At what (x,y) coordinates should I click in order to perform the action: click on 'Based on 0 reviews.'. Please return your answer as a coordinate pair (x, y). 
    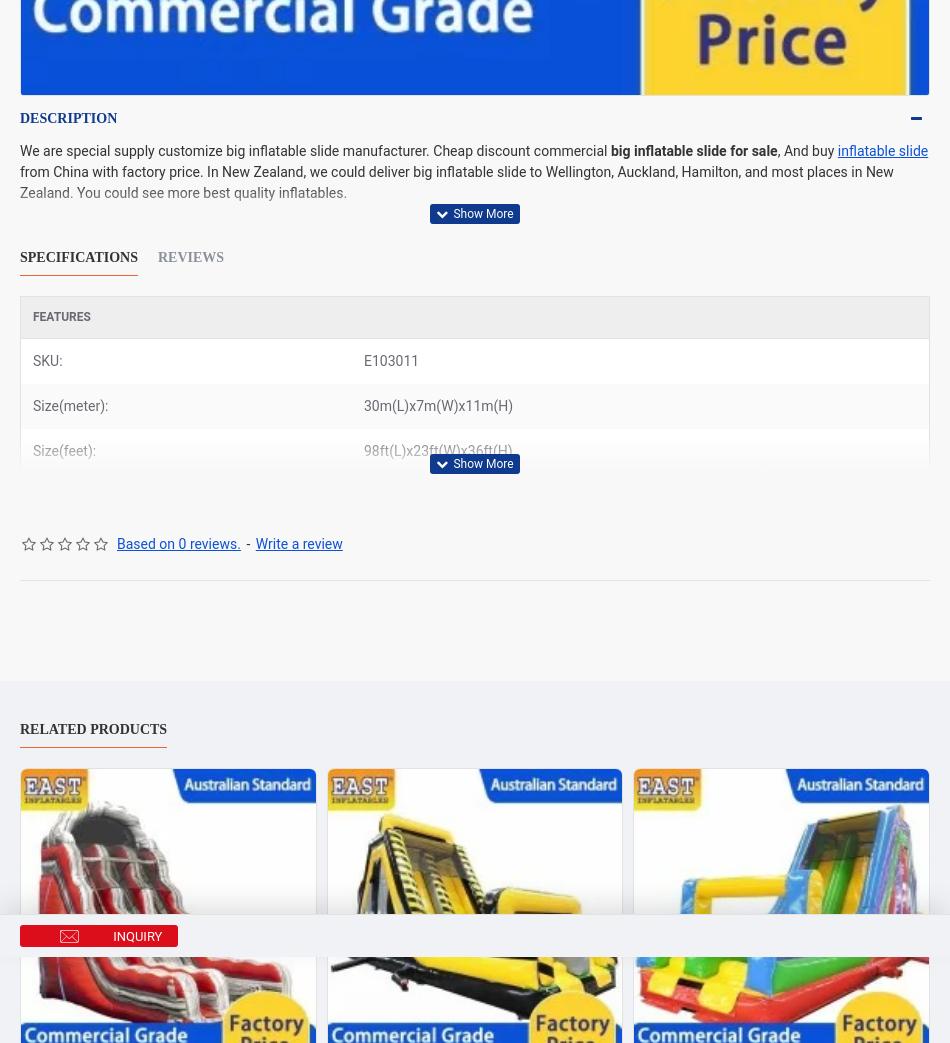
    Looking at the image, I should click on (178, 544).